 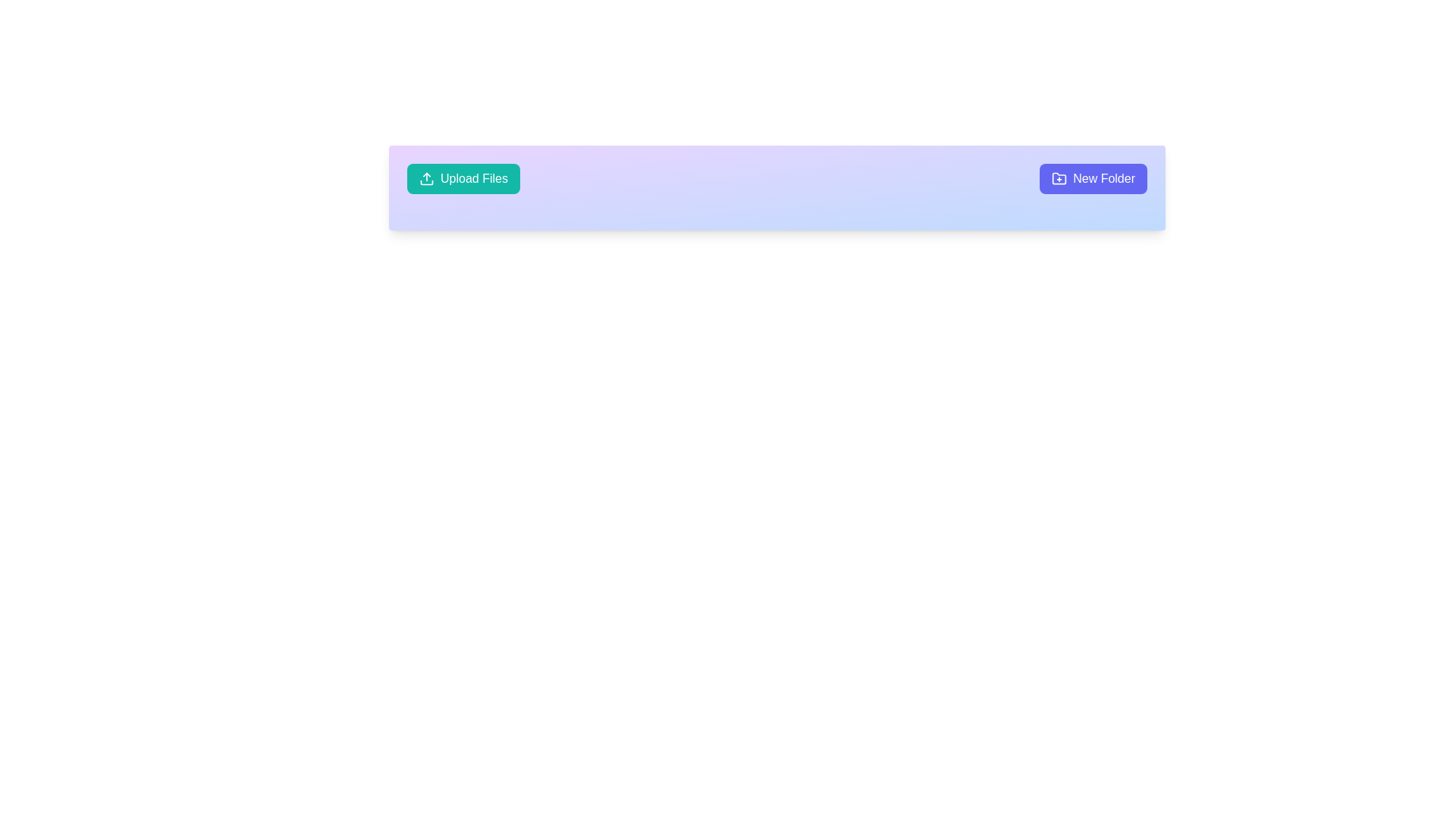 What do you see at coordinates (1094, 177) in the screenshot?
I see `the 'New Folder' button with a purple background and a folder icon` at bounding box center [1094, 177].